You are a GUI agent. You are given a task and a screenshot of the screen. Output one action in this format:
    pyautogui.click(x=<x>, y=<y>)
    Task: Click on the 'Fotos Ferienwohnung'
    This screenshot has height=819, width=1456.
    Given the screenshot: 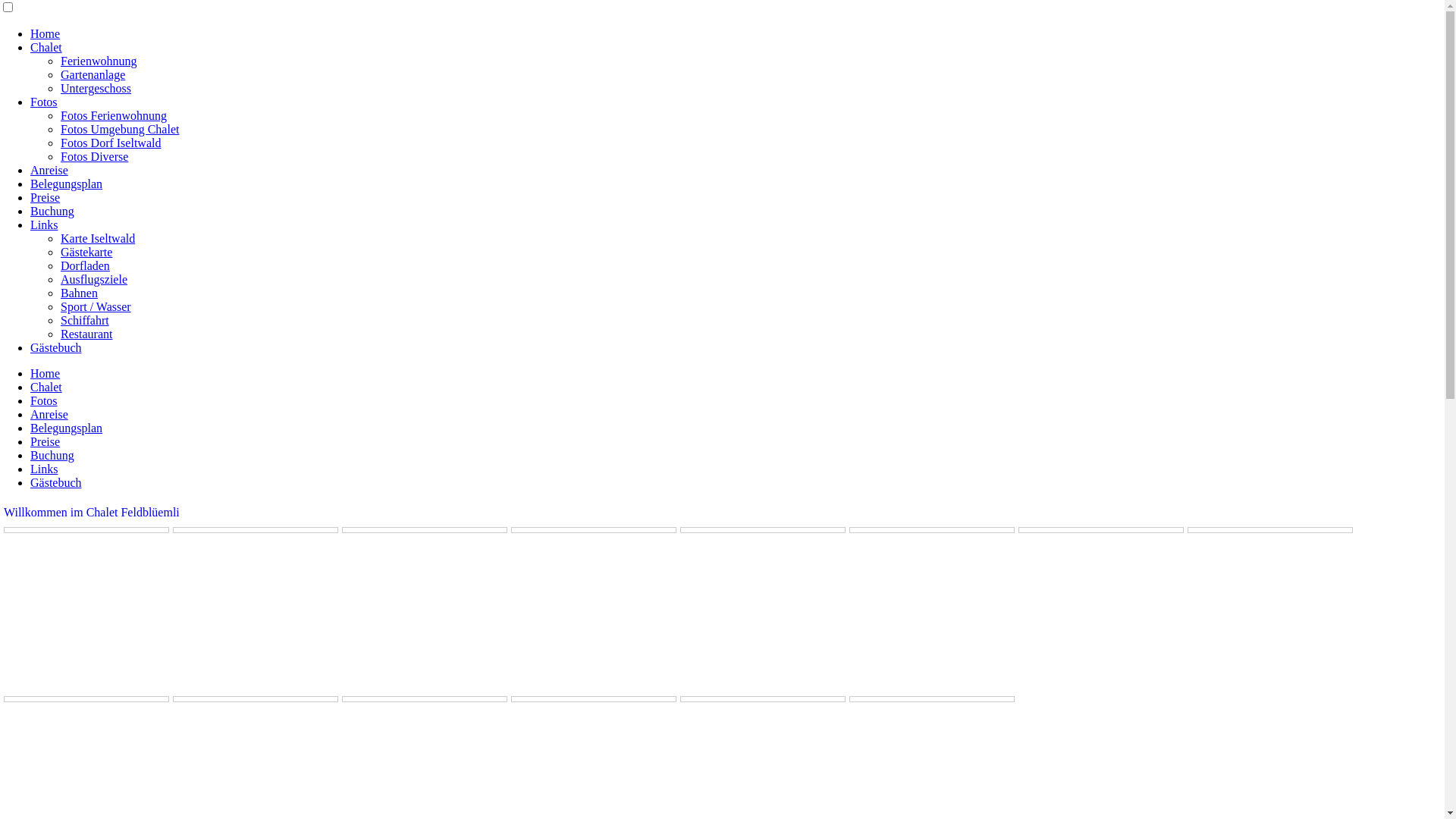 What is the action you would take?
    pyautogui.click(x=112, y=115)
    